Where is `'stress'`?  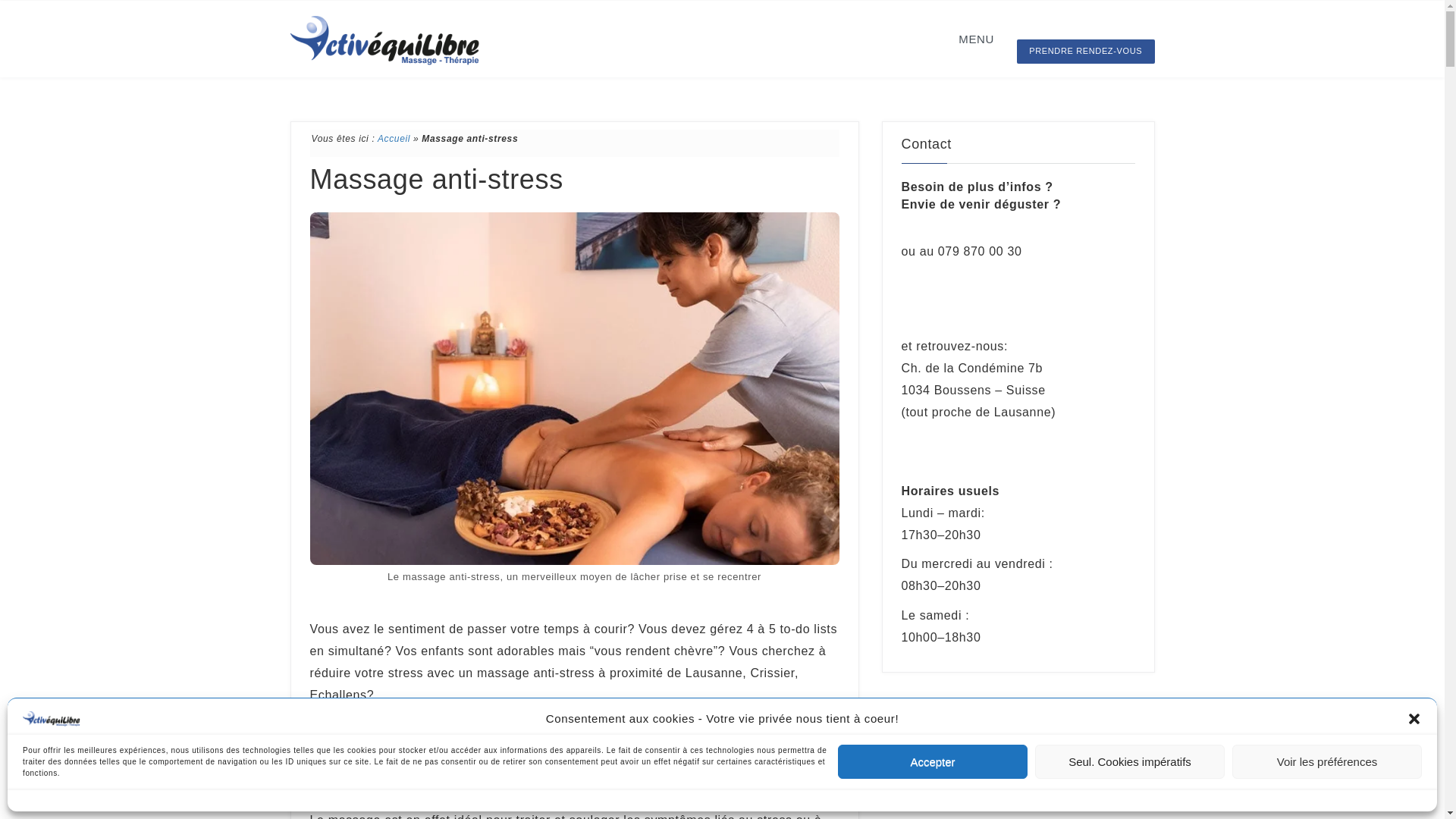
'stress' is located at coordinates (615, 734).